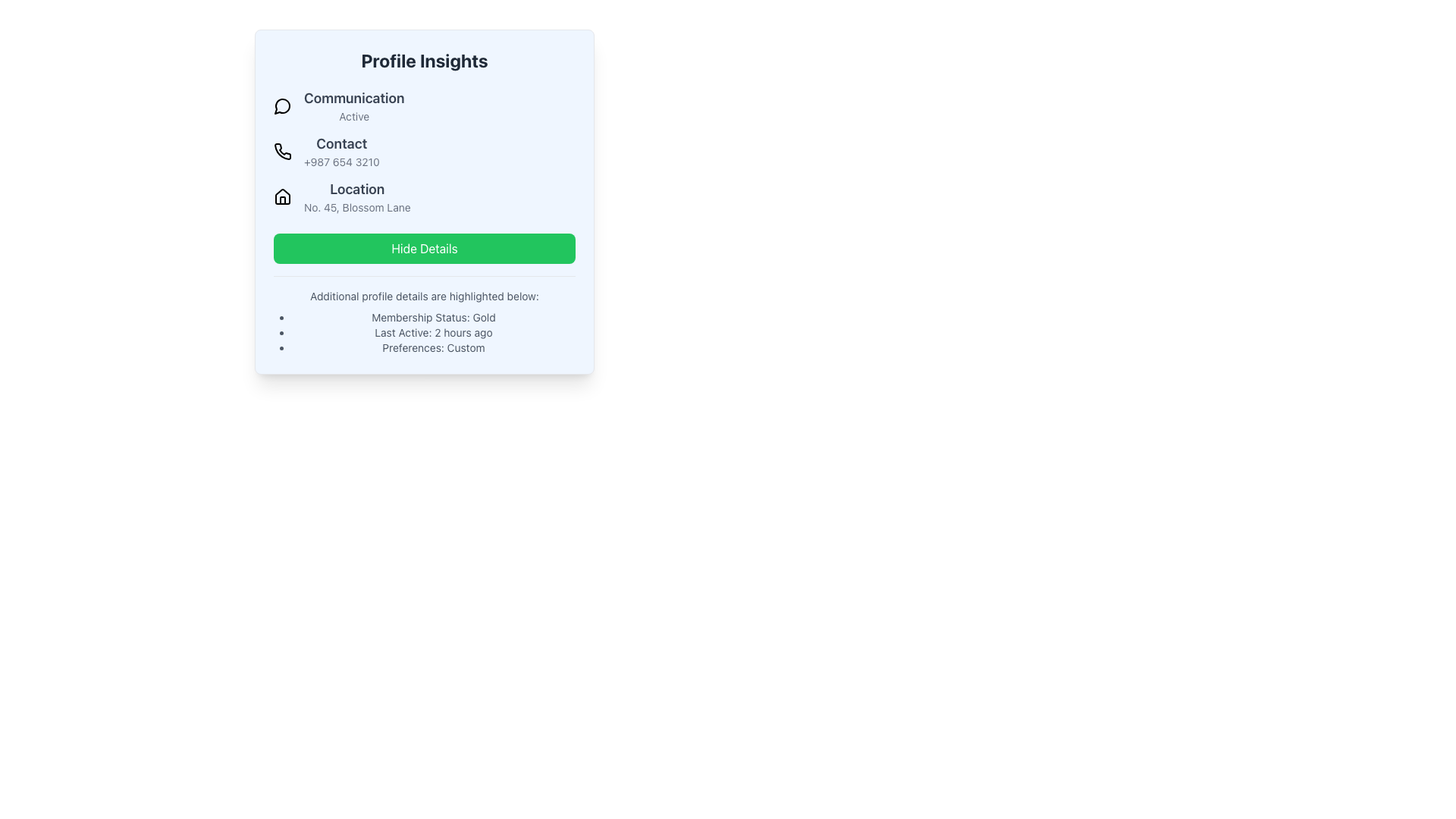 The image size is (1456, 819). I want to click on the header text element that serves as a category or section title, located above the secondary text 'Active', so click(353, 99).